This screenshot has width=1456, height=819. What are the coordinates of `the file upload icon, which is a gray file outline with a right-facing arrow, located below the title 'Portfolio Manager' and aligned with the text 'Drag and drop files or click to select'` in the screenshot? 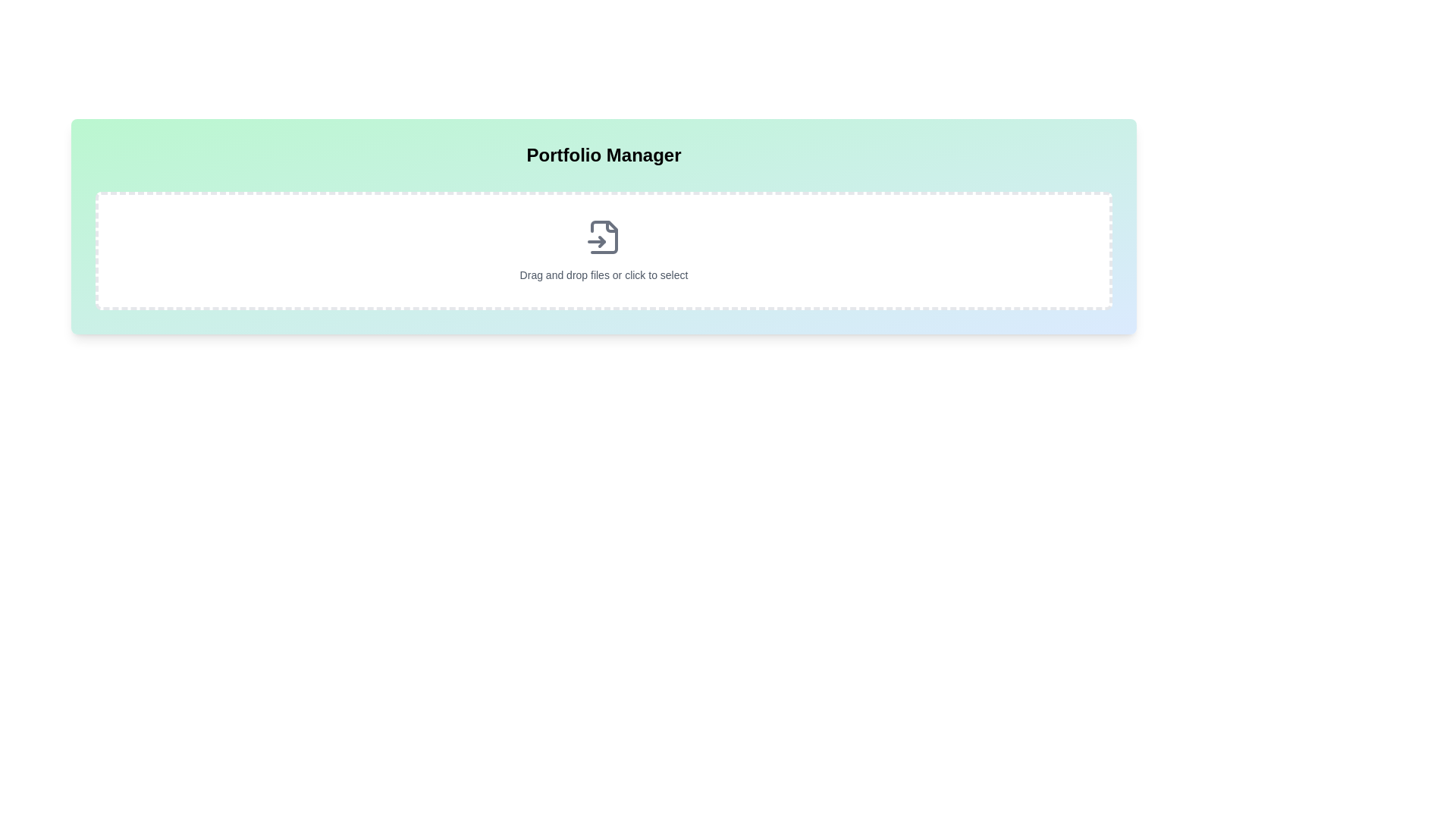 It's located at (603, 237).